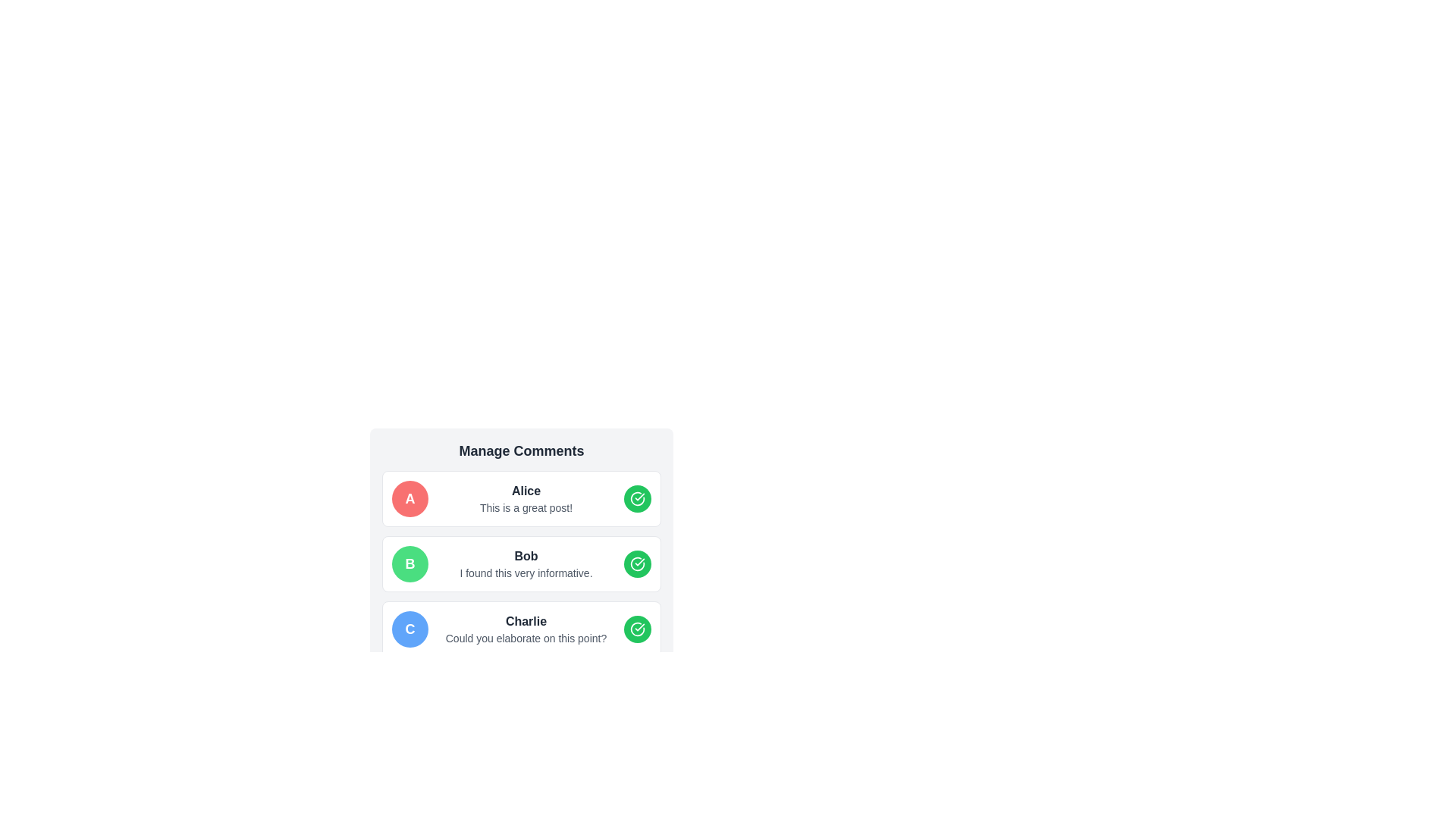 This screenshot has height=819, width=1456. I want to click on text label that says 'I found this very informative.' located beneath the name 'Bob' in the second comment section of the 'Manage Comments' interface, so click(526, 573).